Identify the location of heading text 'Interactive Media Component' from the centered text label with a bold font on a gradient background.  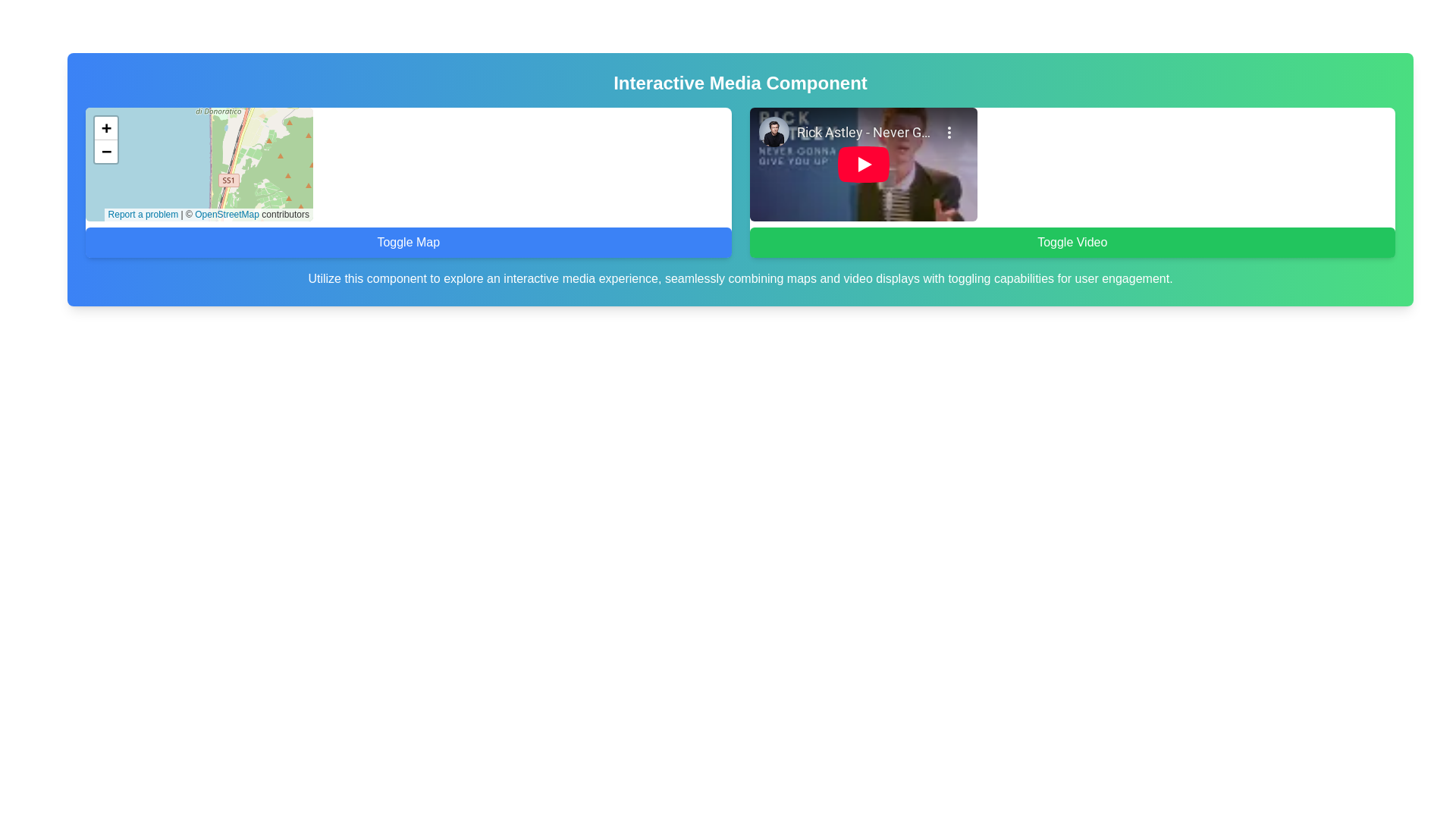
(740, 83).